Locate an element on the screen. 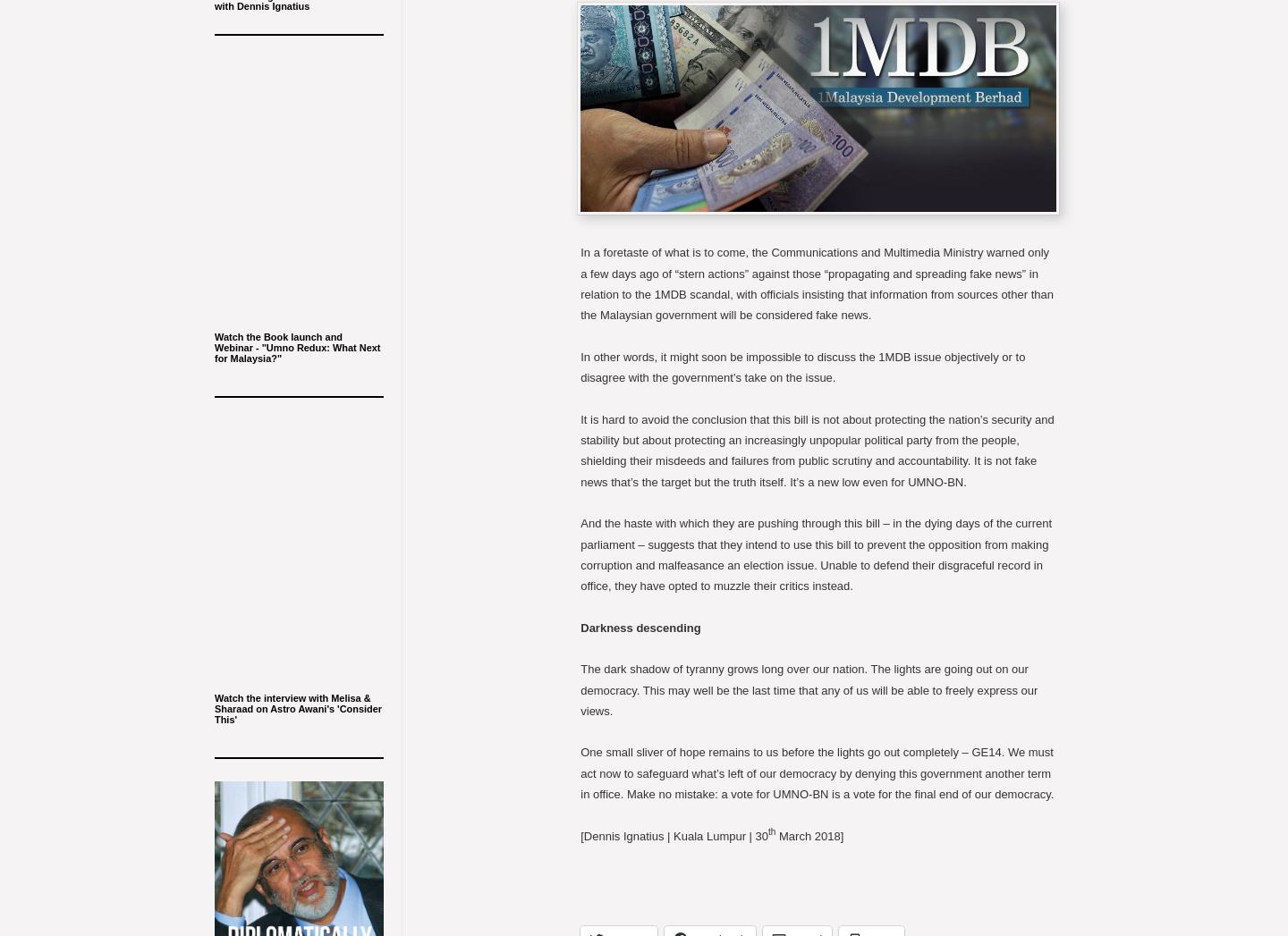 Image resolution: width=1288 pixels, height=936 pixels. 'March 2018]' is located at coordinates (809, 835).